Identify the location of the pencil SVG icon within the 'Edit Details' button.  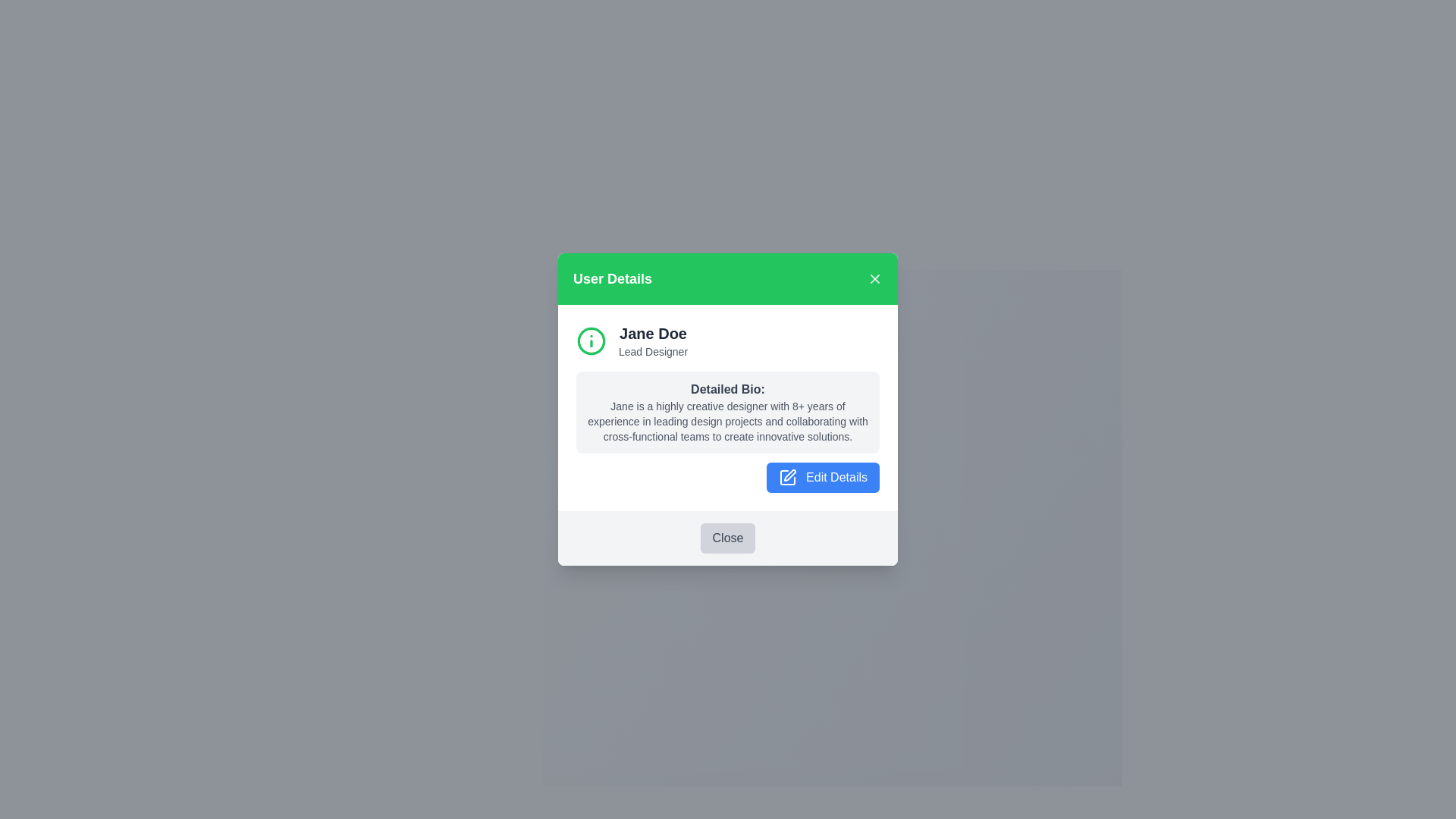
(787, 478).